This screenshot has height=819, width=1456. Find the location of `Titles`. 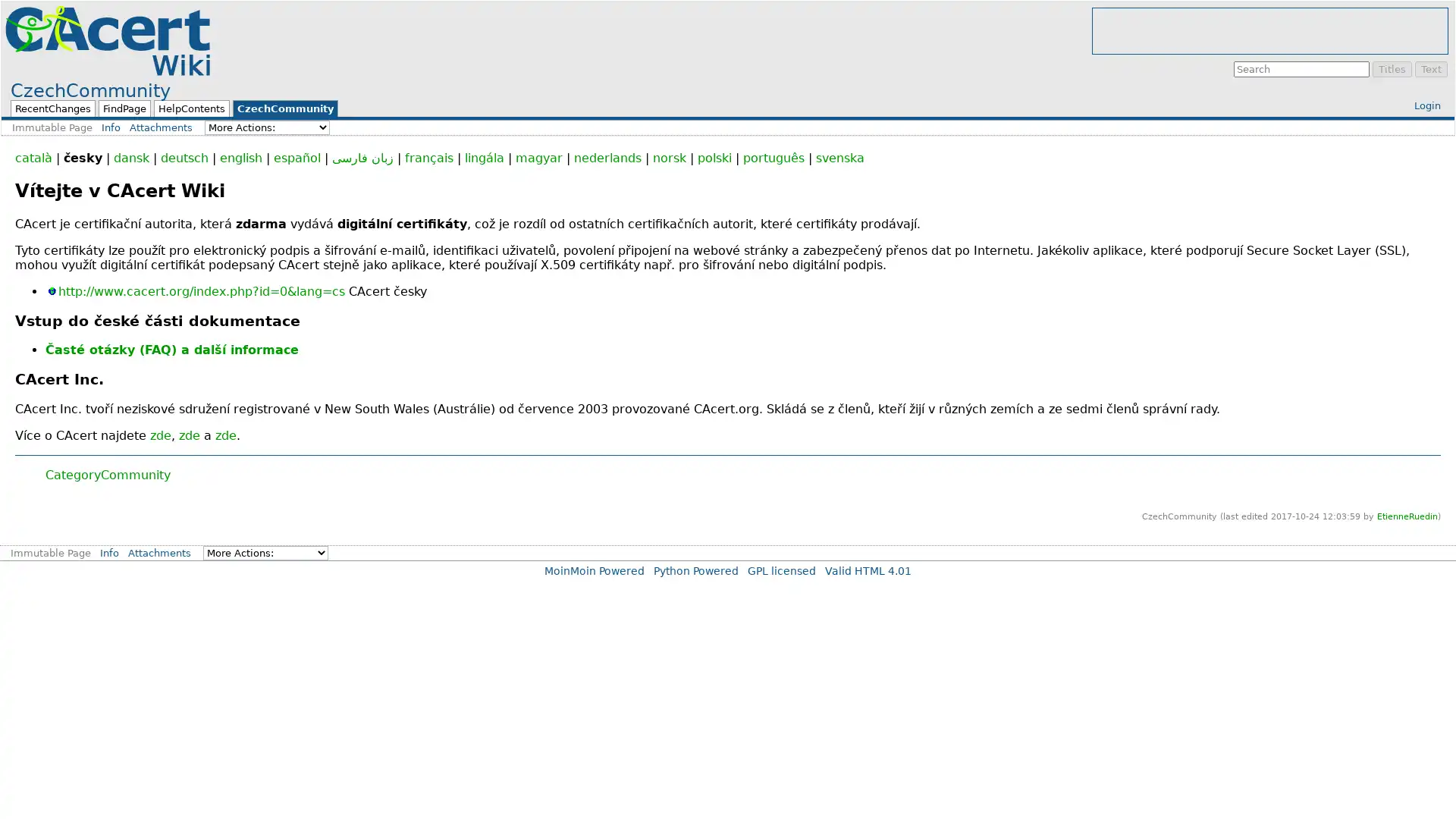

Titles is located at coordinates (1392, 69).